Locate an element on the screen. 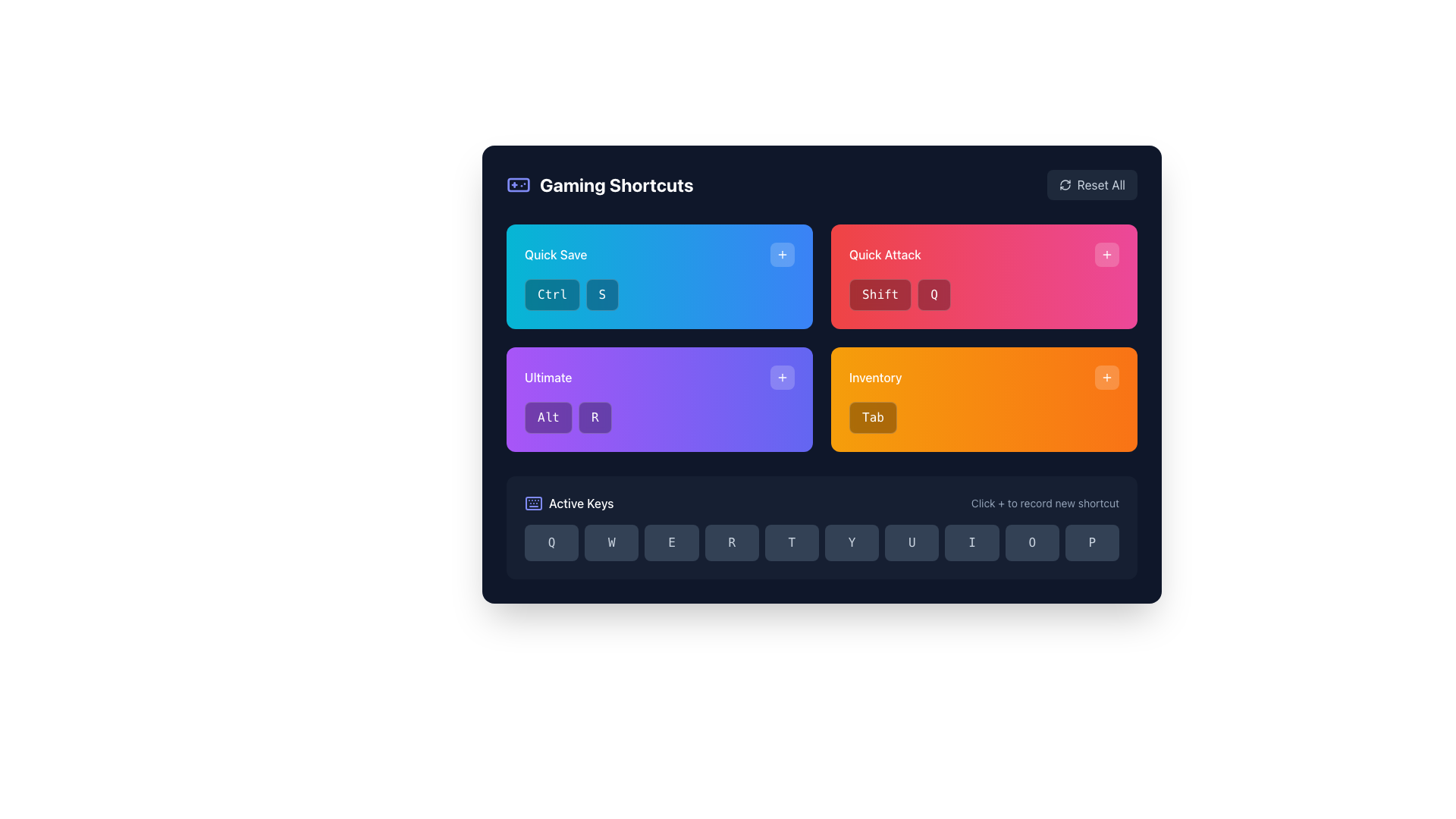 This screenshot has height=819, width=1456. the ninth button labeled 'O' with a dark slate-gray background to interact is located at coordinates (1031, 542).